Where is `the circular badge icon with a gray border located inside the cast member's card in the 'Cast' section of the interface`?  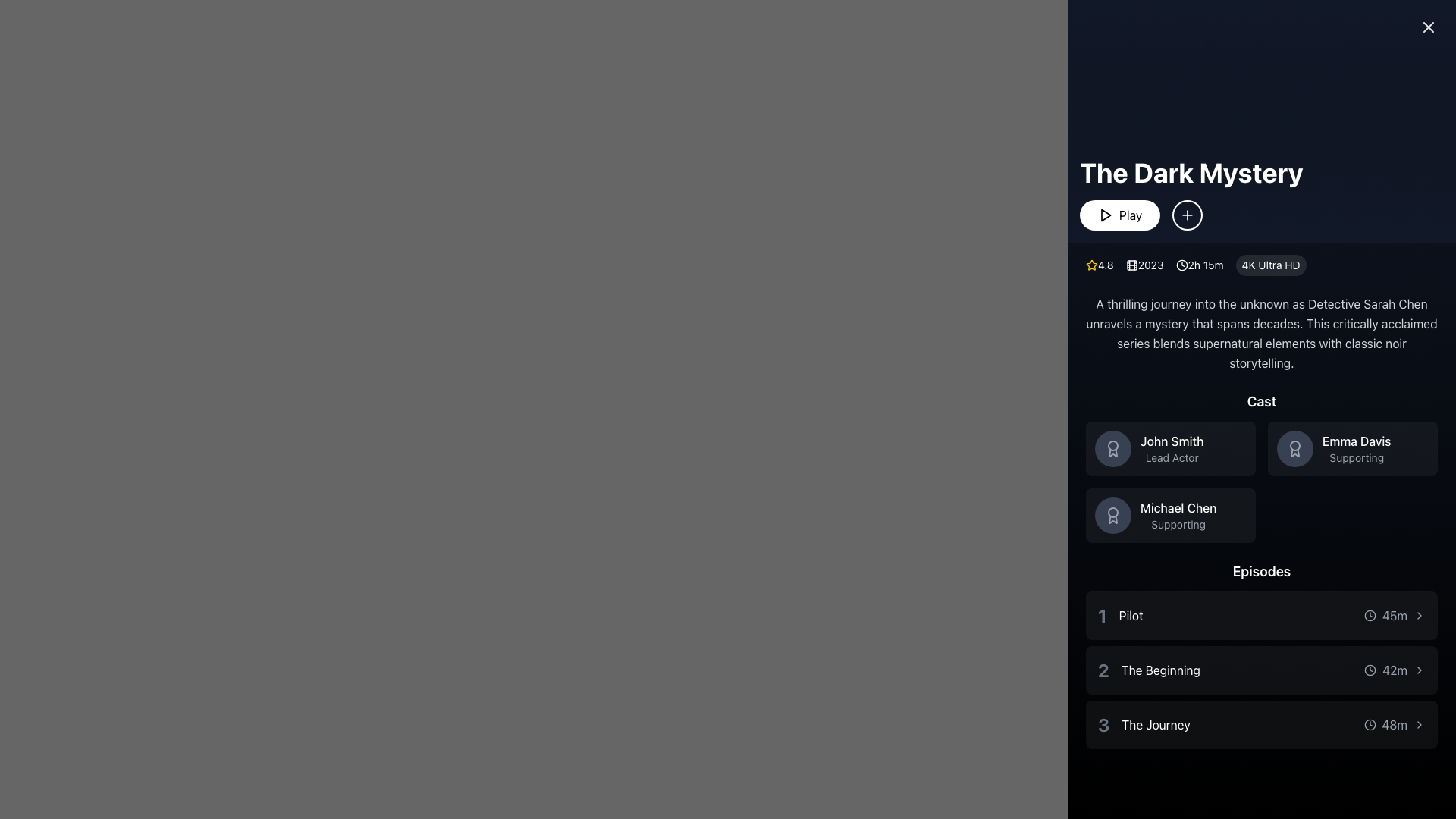 the circular badge icon with a gray border located inside the cast member's card in the 'Cast' section of the interface is located at coordinates (1113, 512).